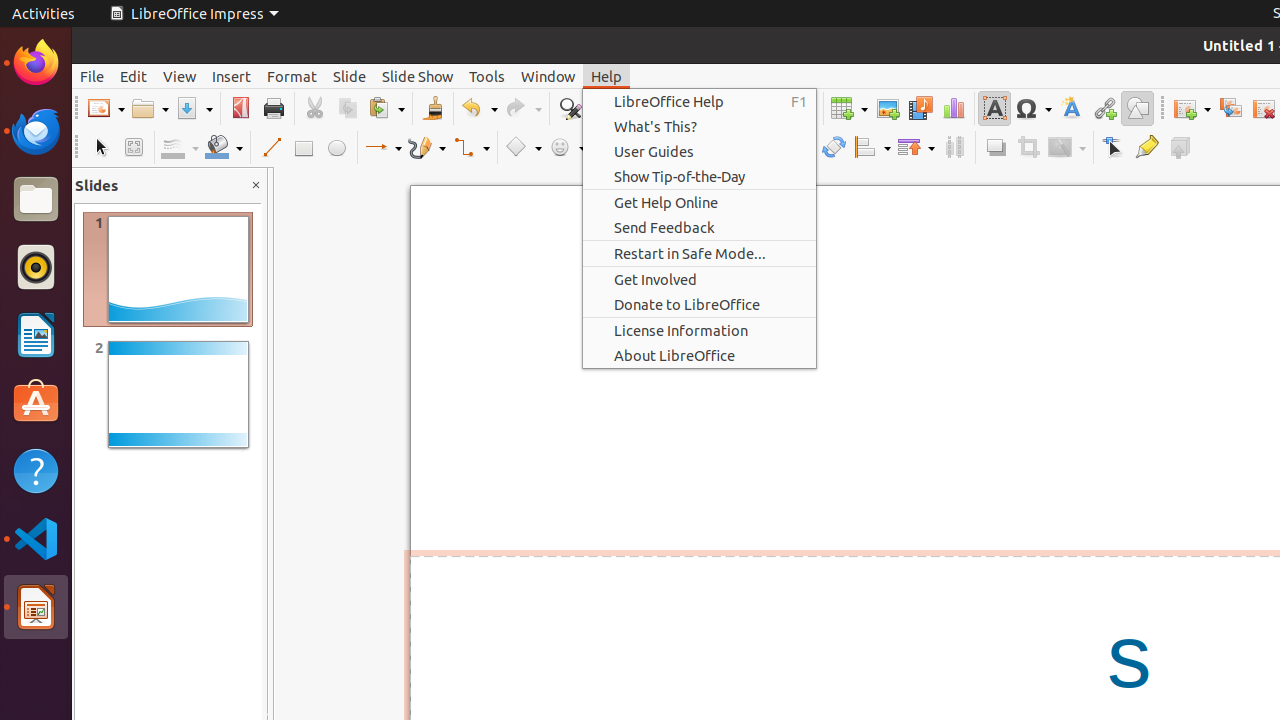 The width and height of the screenshot is (1280, 720). I want to click on 'File', so click(91, 75).